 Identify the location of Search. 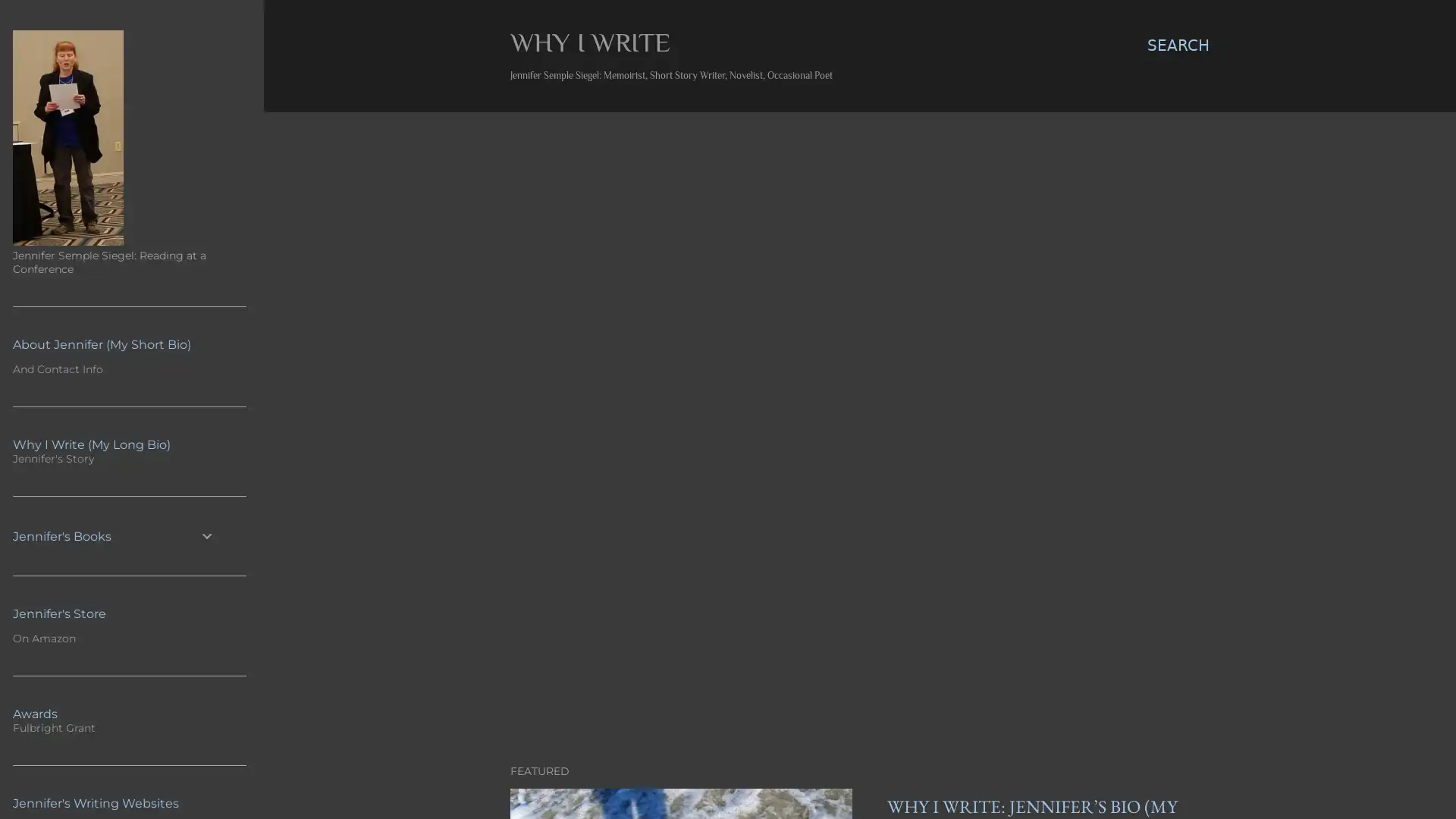
(1178, 45).